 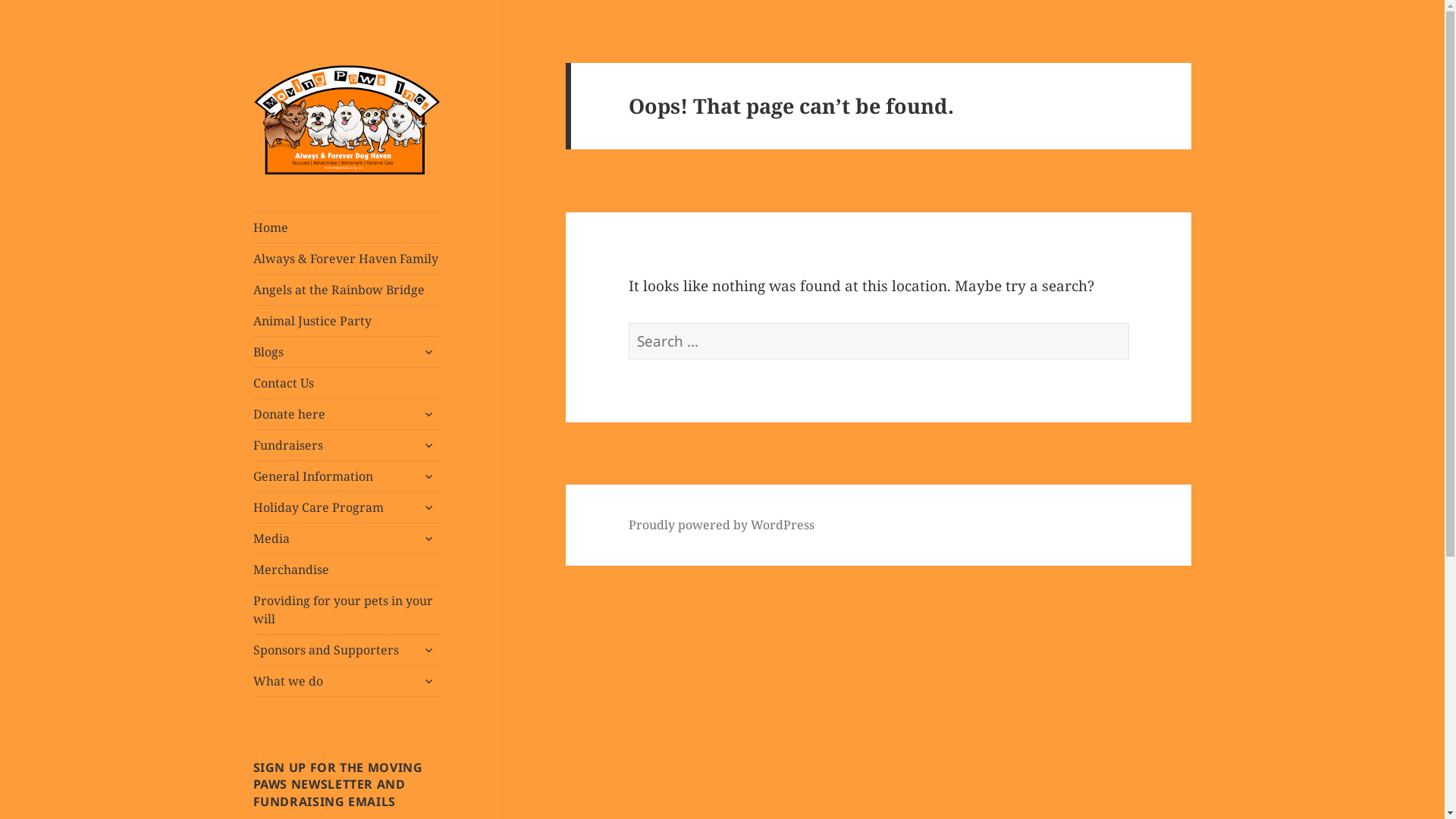 I want to click on 'Animal Justice Party', so click(x=253, y=320).